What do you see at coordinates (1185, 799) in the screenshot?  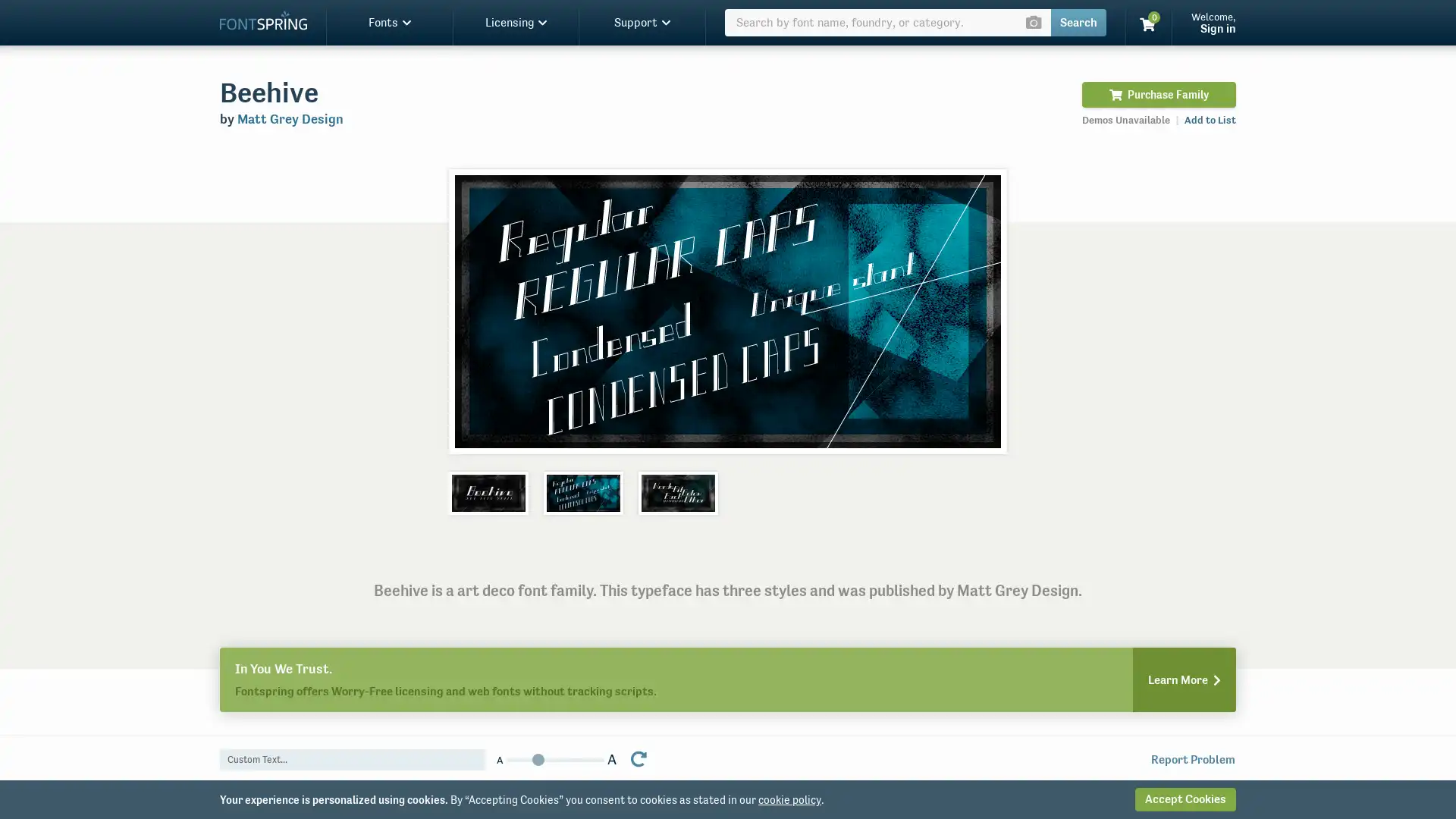 I see `Accept Cookies` at bounding box center [1185, 799].